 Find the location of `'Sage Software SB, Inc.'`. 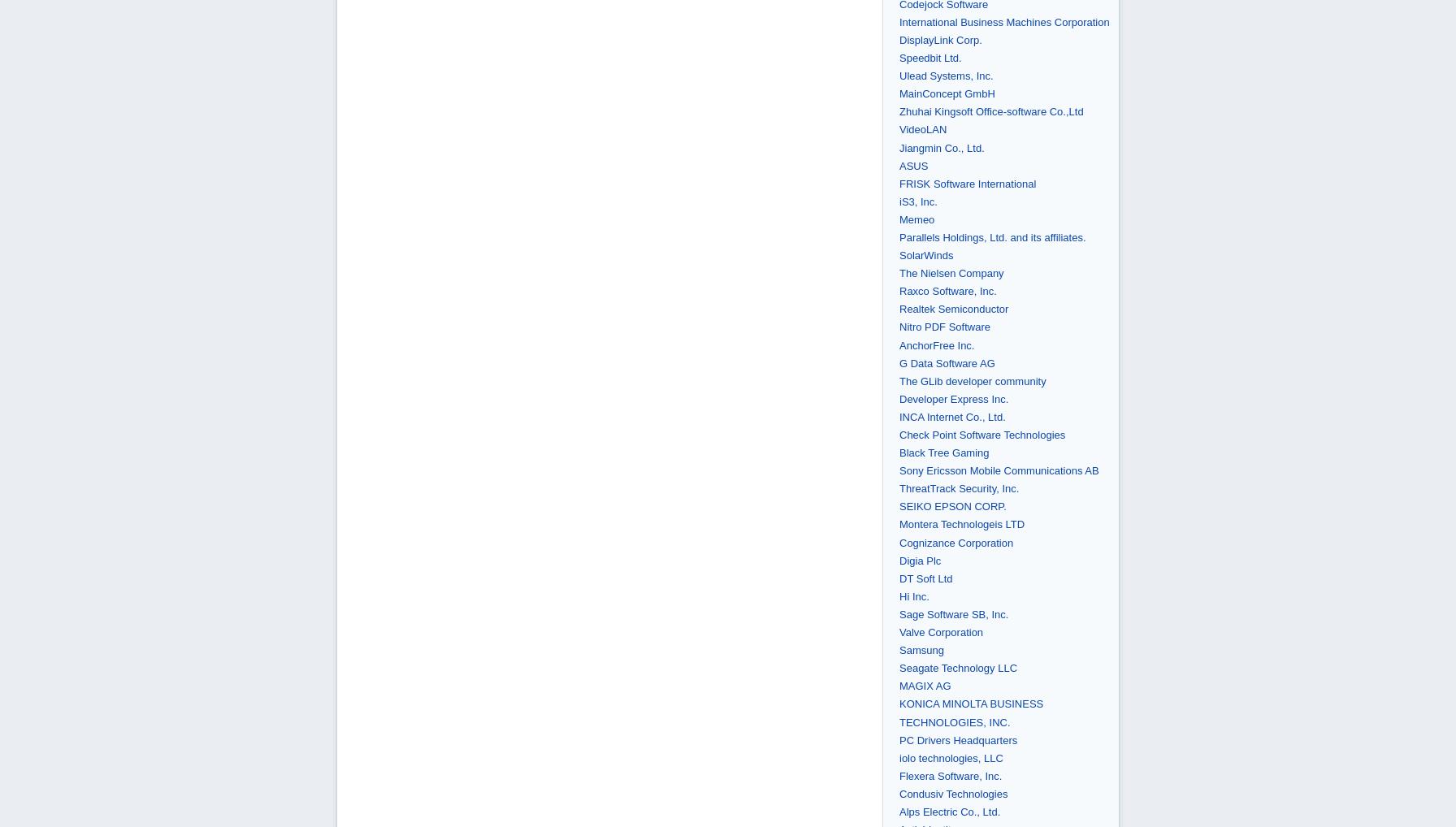

'Sage Software SB, Inc.' is located at coordinates (899, 613).